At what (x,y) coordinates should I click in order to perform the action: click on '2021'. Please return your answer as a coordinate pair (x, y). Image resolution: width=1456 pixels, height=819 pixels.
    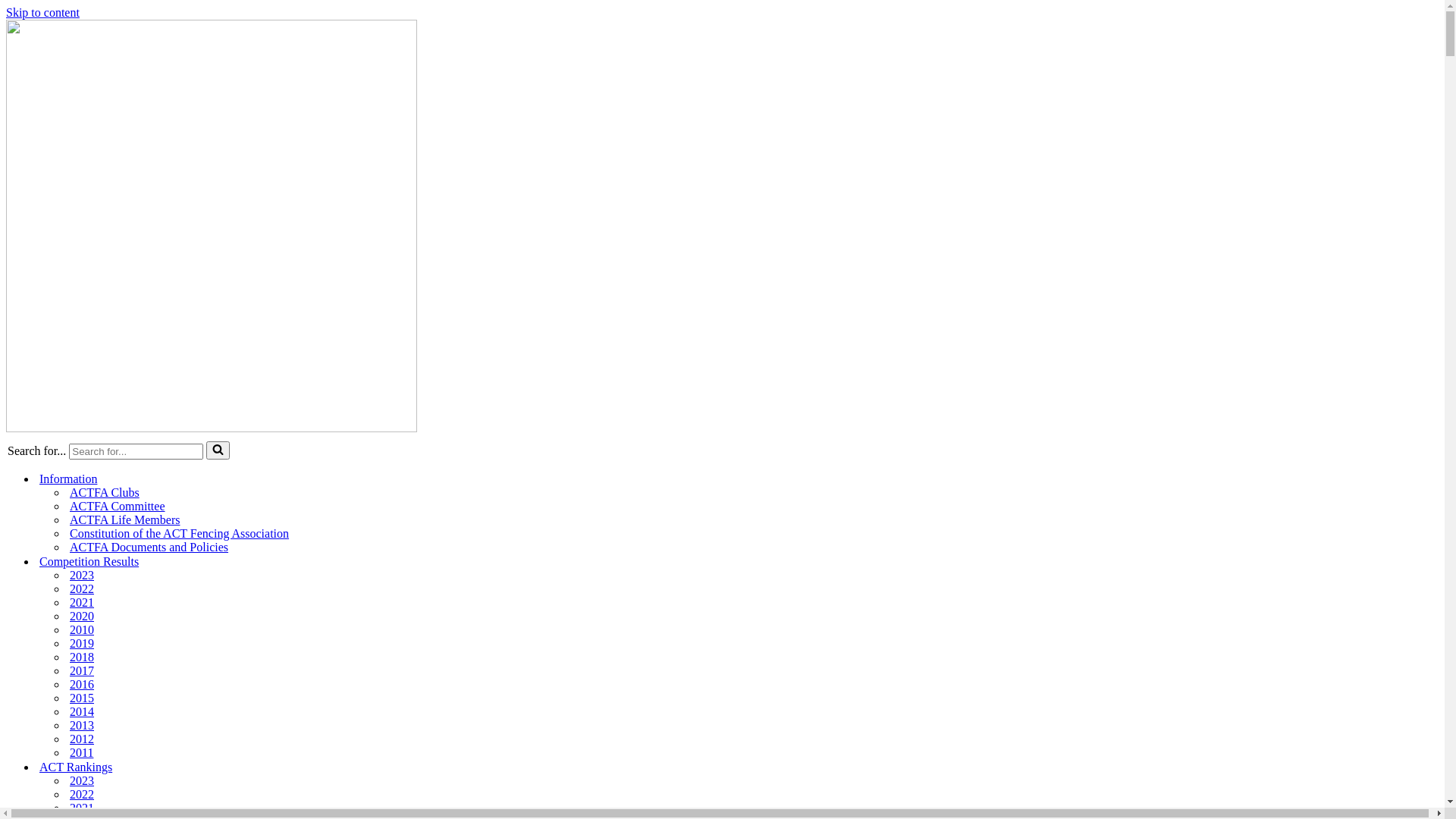
    Looking at the image, I should click on (68, 807).